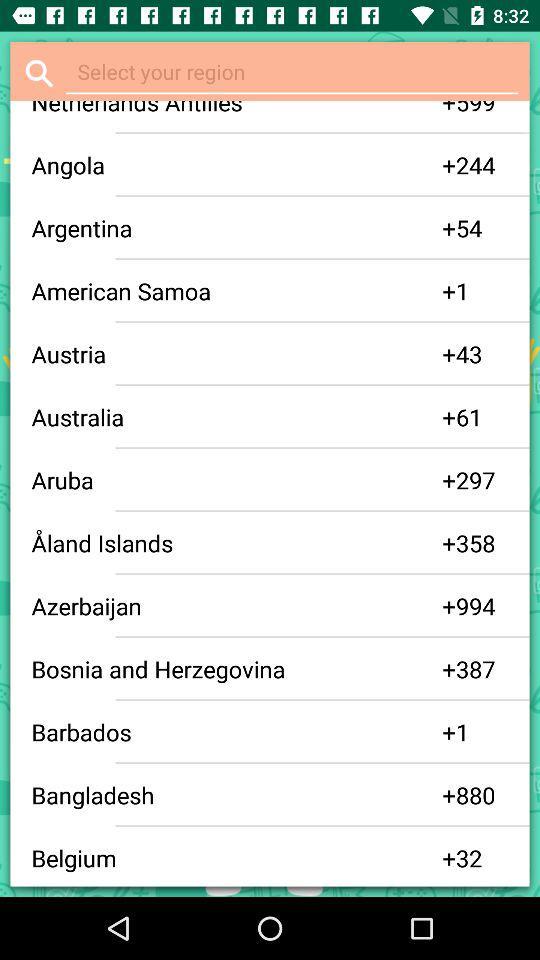 The image size is (540, 960). I want to click on app to the left of 244, so click(449, 164).